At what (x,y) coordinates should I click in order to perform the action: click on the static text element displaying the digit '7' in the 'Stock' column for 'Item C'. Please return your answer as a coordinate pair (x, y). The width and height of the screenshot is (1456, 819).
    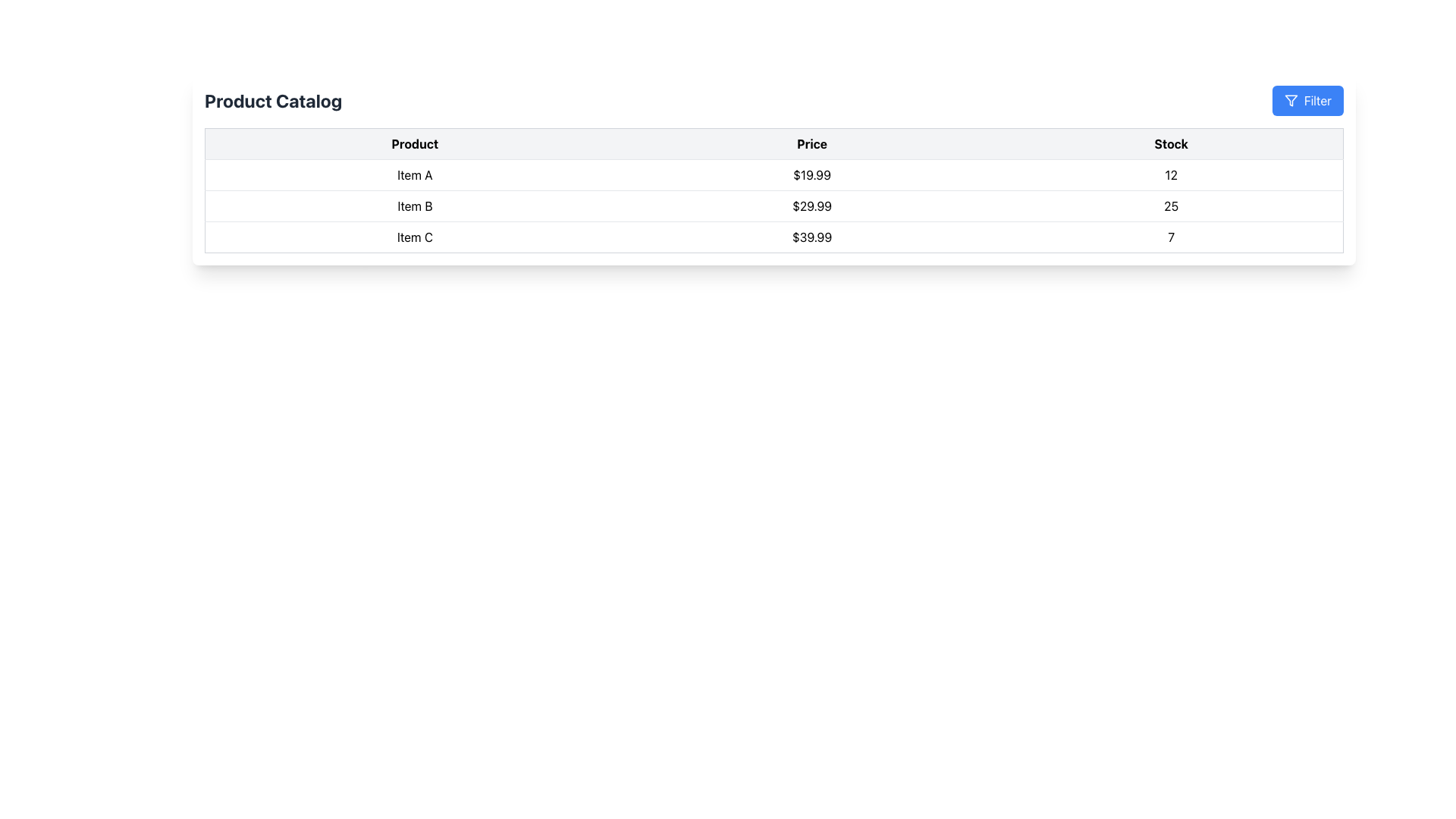
    Looking at the image, I should click on (1171, 237).